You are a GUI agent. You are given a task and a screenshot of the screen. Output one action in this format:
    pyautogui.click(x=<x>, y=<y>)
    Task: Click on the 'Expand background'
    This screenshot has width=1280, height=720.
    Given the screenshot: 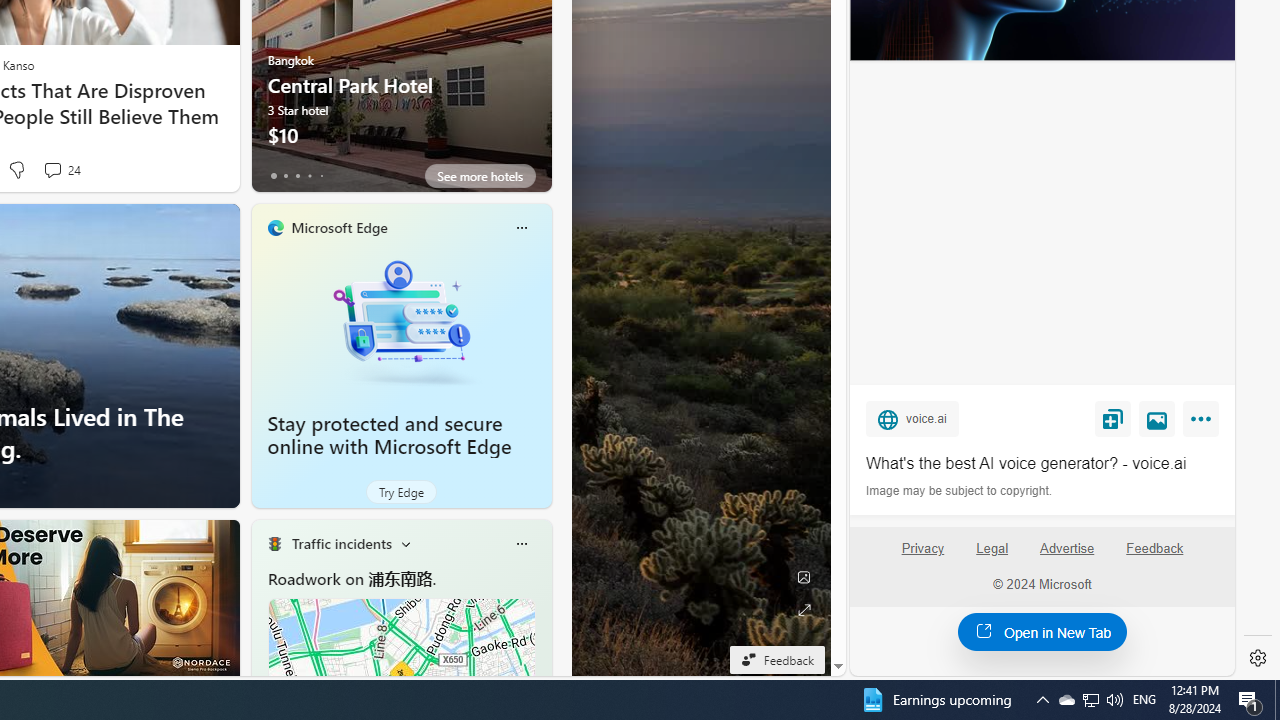 What is the action you would take?
    pyautogui.click(x=803, y=609)
    